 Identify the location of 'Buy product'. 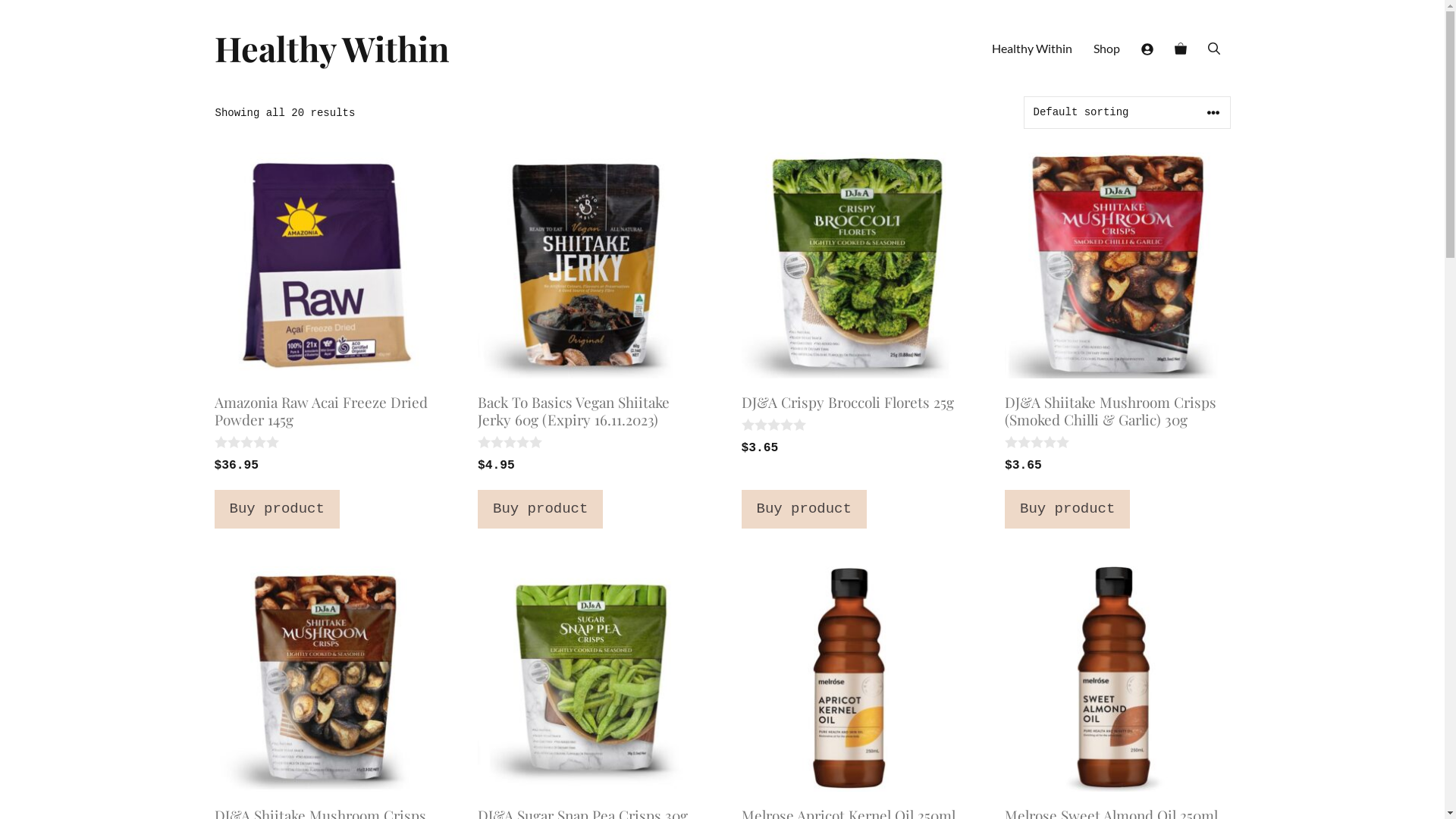
(276, 509).